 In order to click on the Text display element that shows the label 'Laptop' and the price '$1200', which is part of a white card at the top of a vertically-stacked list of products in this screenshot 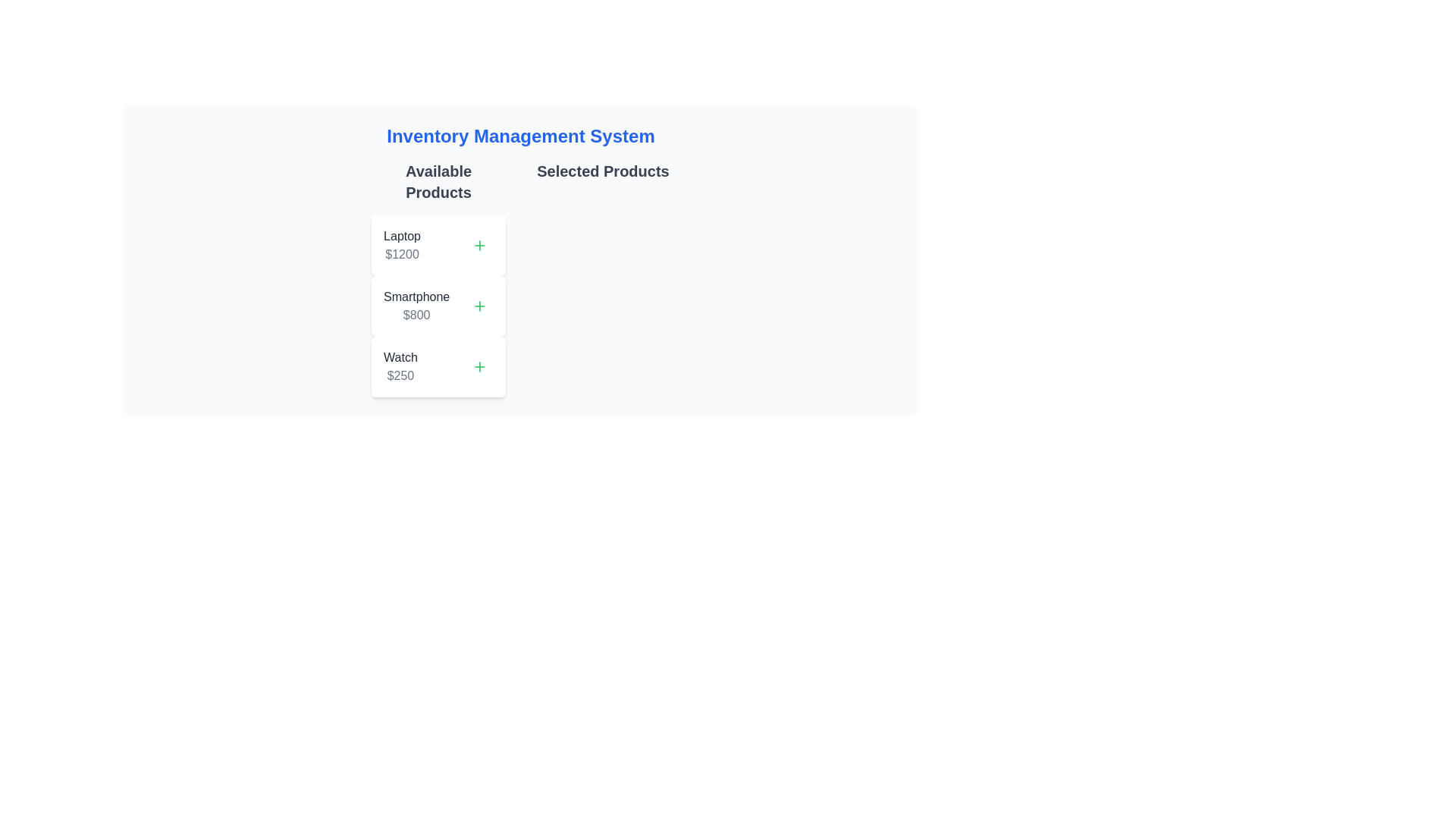, I will do `click(402, 245)`.